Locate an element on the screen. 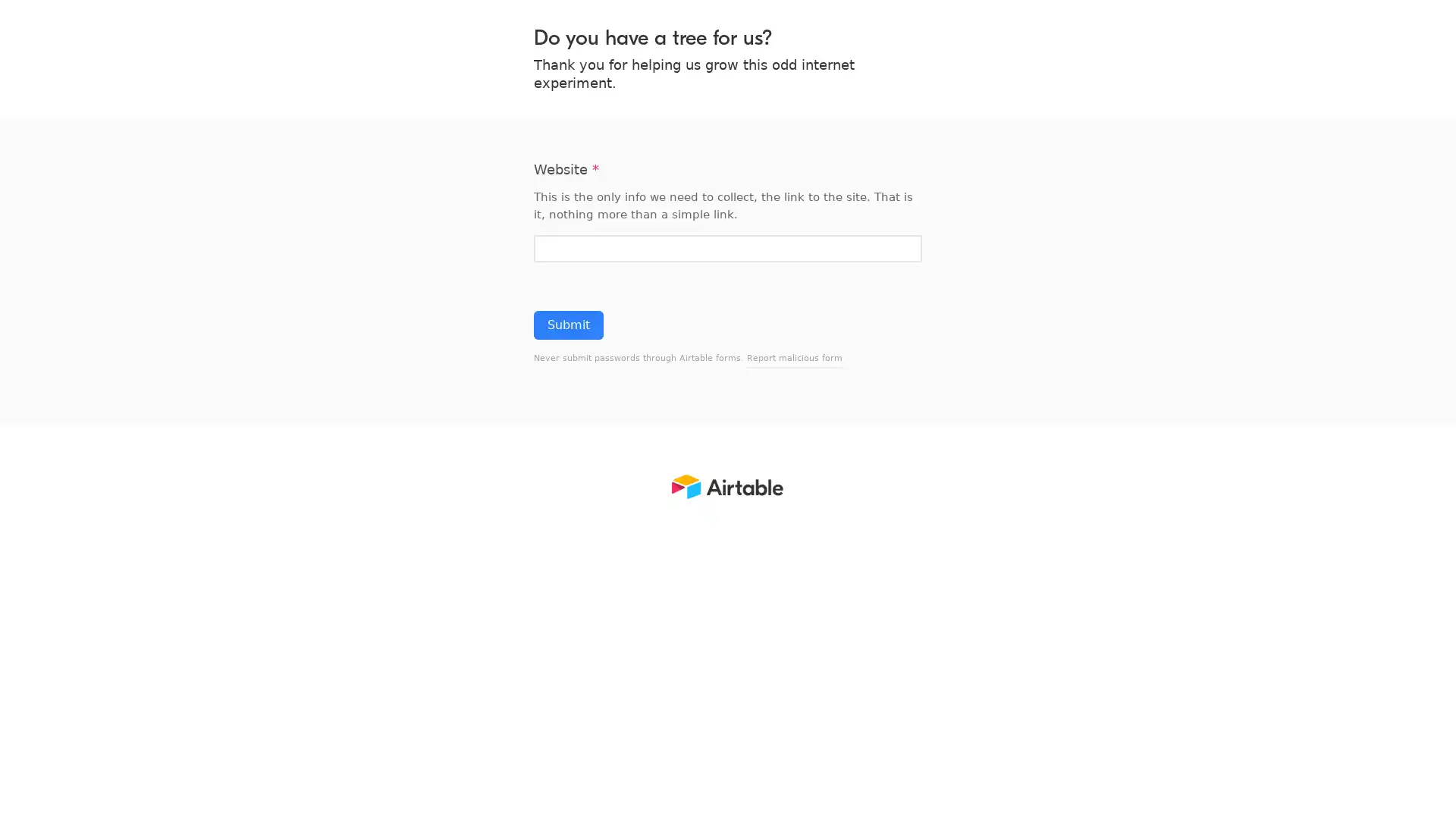 The height and width of the screenshot is (819, 1456). Submit is located at coordinates (567, 324).